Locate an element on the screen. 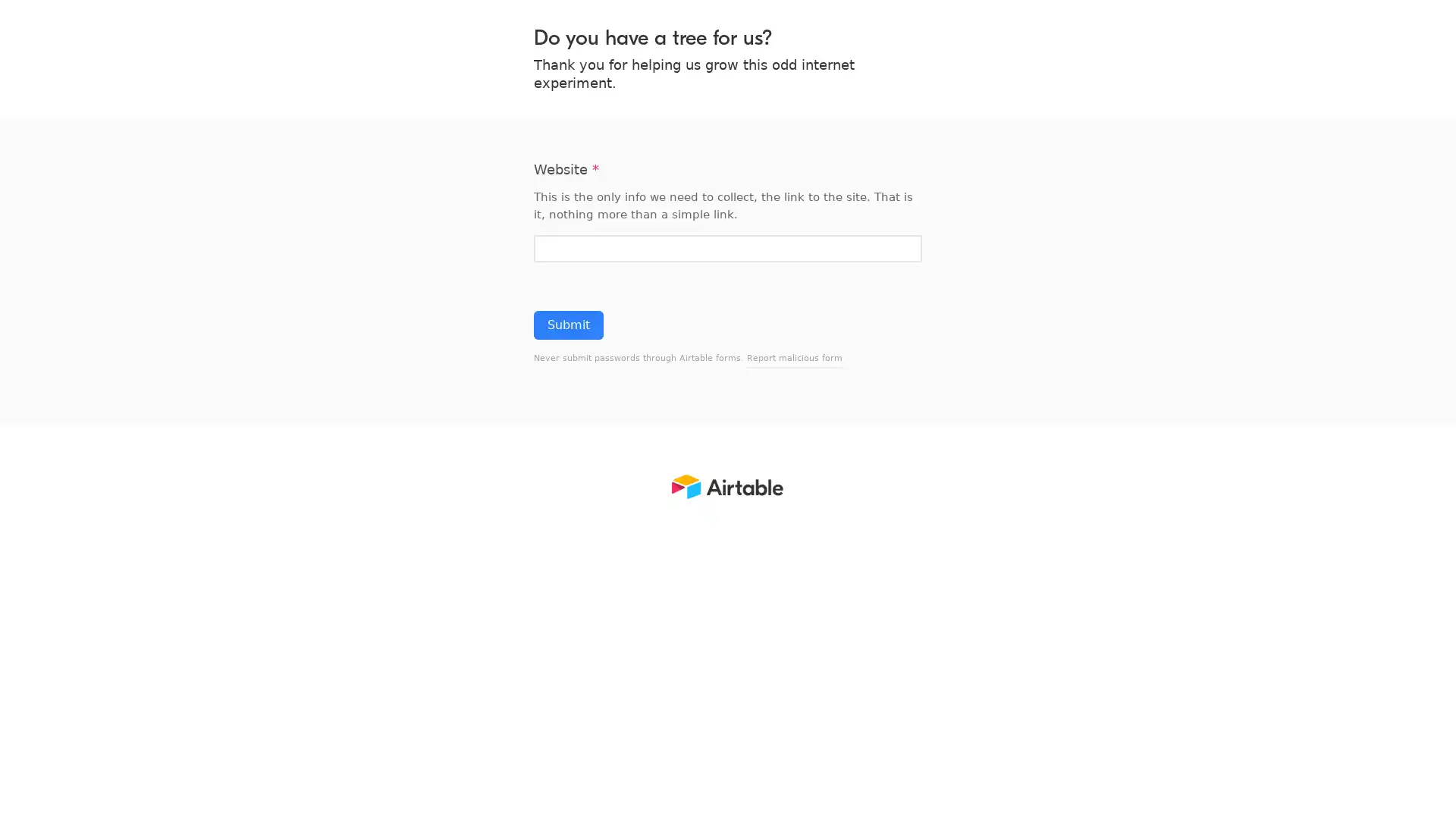 The height and width of the screenshot is (819, 1456). Submit is located at coordinates (567, 324).